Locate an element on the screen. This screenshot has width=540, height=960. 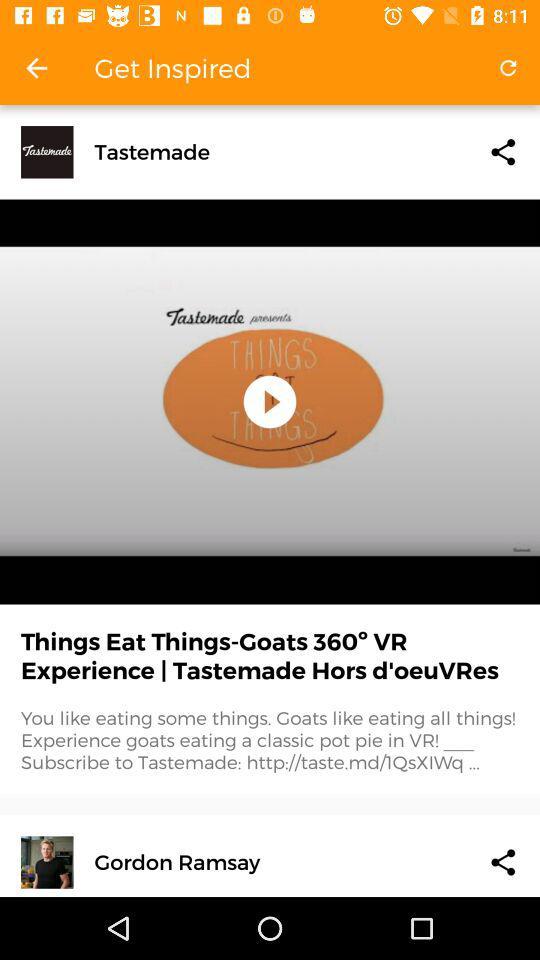
share the article is located at coordinates (502, 151).